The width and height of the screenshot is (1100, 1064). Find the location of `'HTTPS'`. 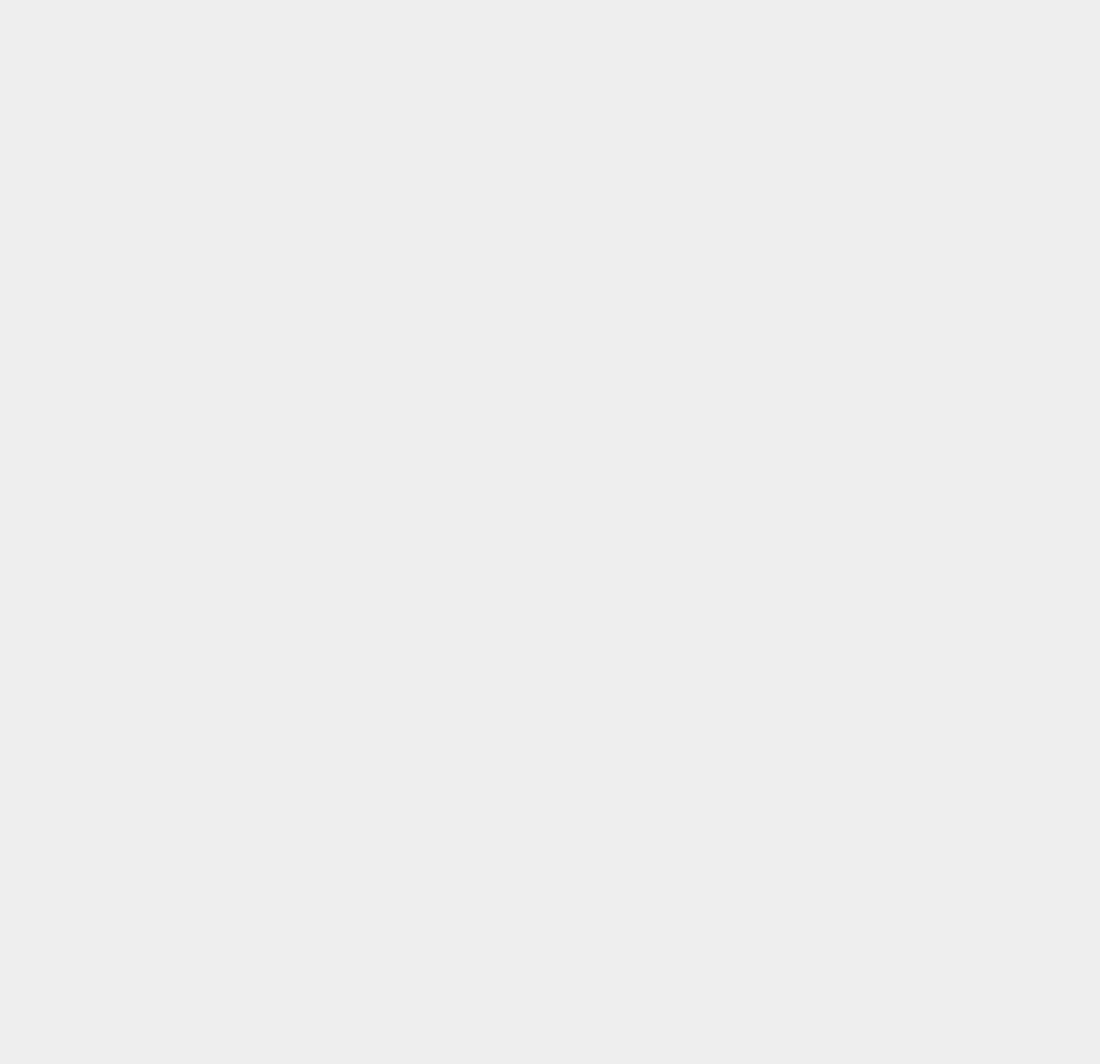

'HTTPS' is located at coordinates (799, 729).